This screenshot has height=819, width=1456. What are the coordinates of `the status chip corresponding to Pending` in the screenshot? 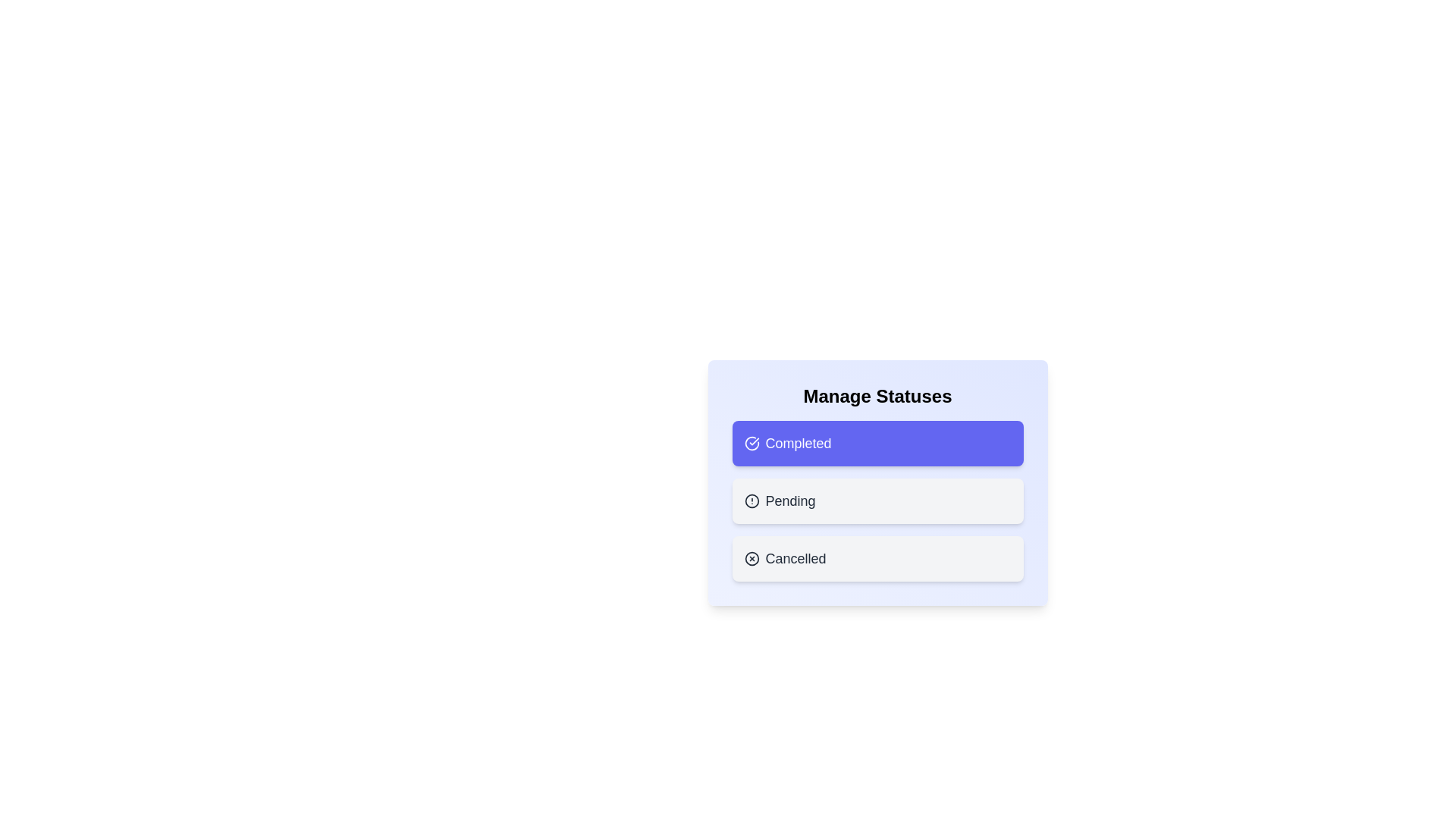 It's located at (877, 500).